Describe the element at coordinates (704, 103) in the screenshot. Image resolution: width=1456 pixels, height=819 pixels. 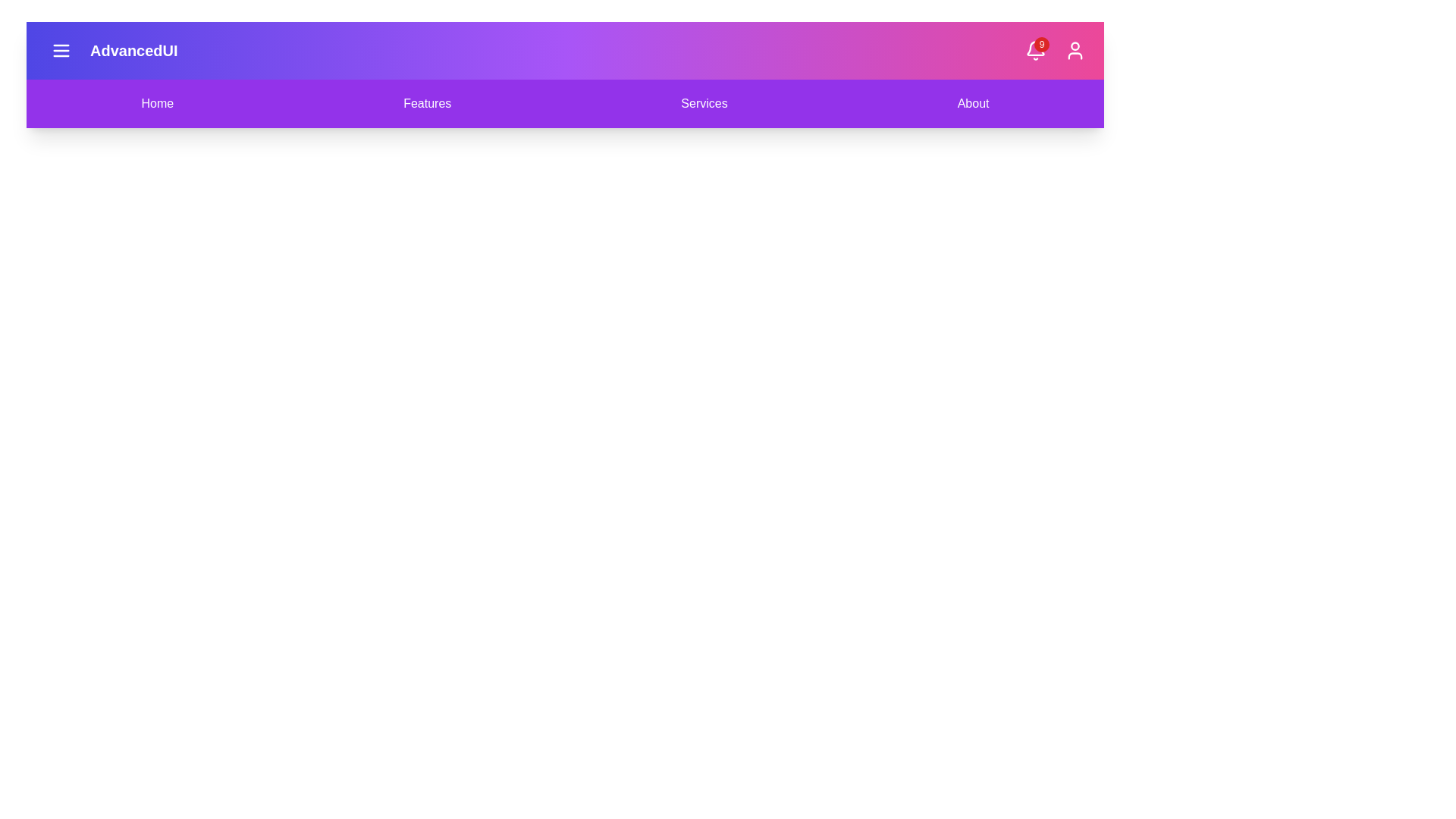
I see `the Services navigation menu item` at that location.